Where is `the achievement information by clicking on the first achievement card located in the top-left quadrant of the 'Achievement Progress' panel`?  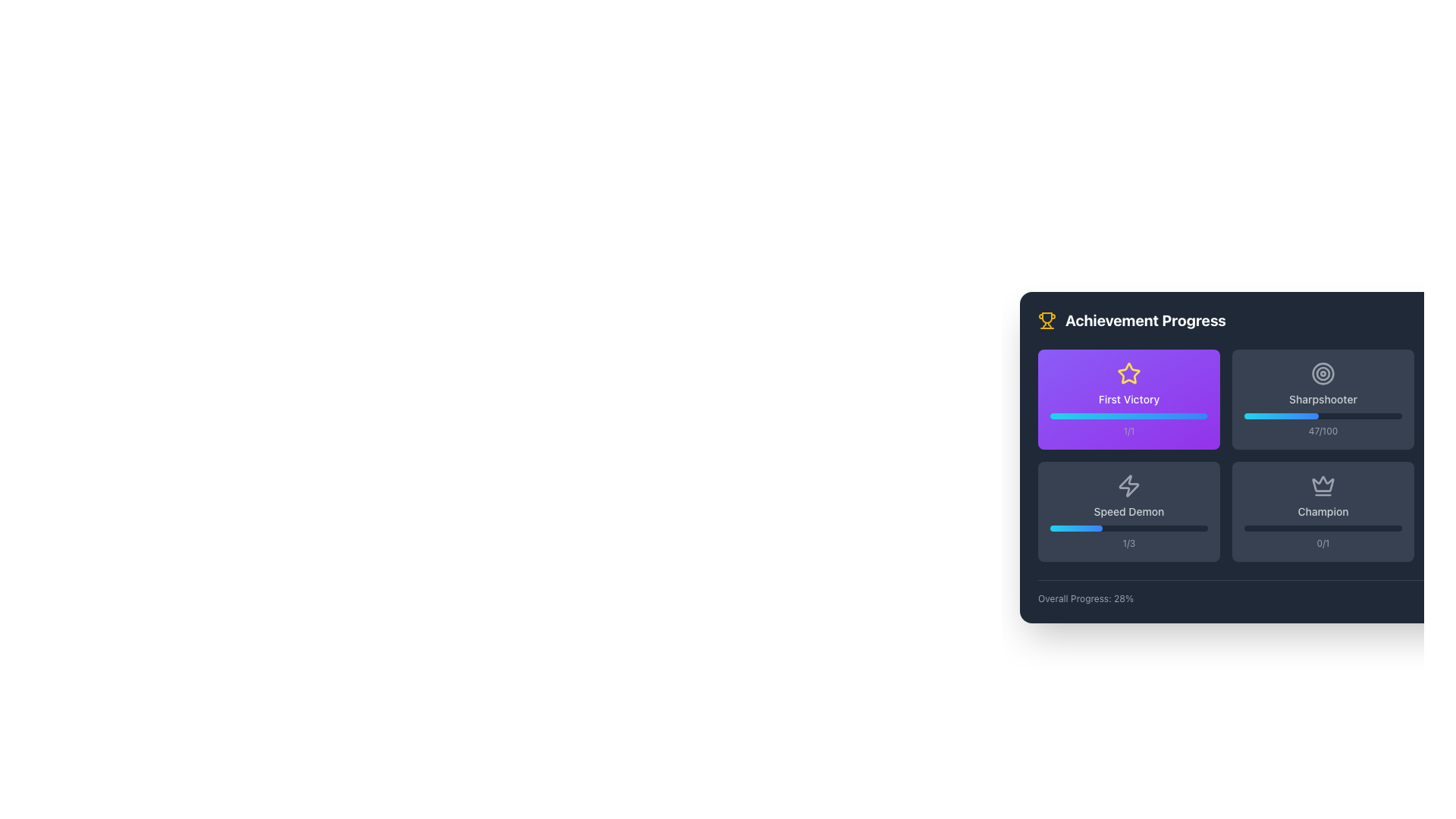 the achievement information by clicking on the first achievement card located in the top-left quadrant of the 'Achievement Progress' panel is located at coordinates (1128, 399).